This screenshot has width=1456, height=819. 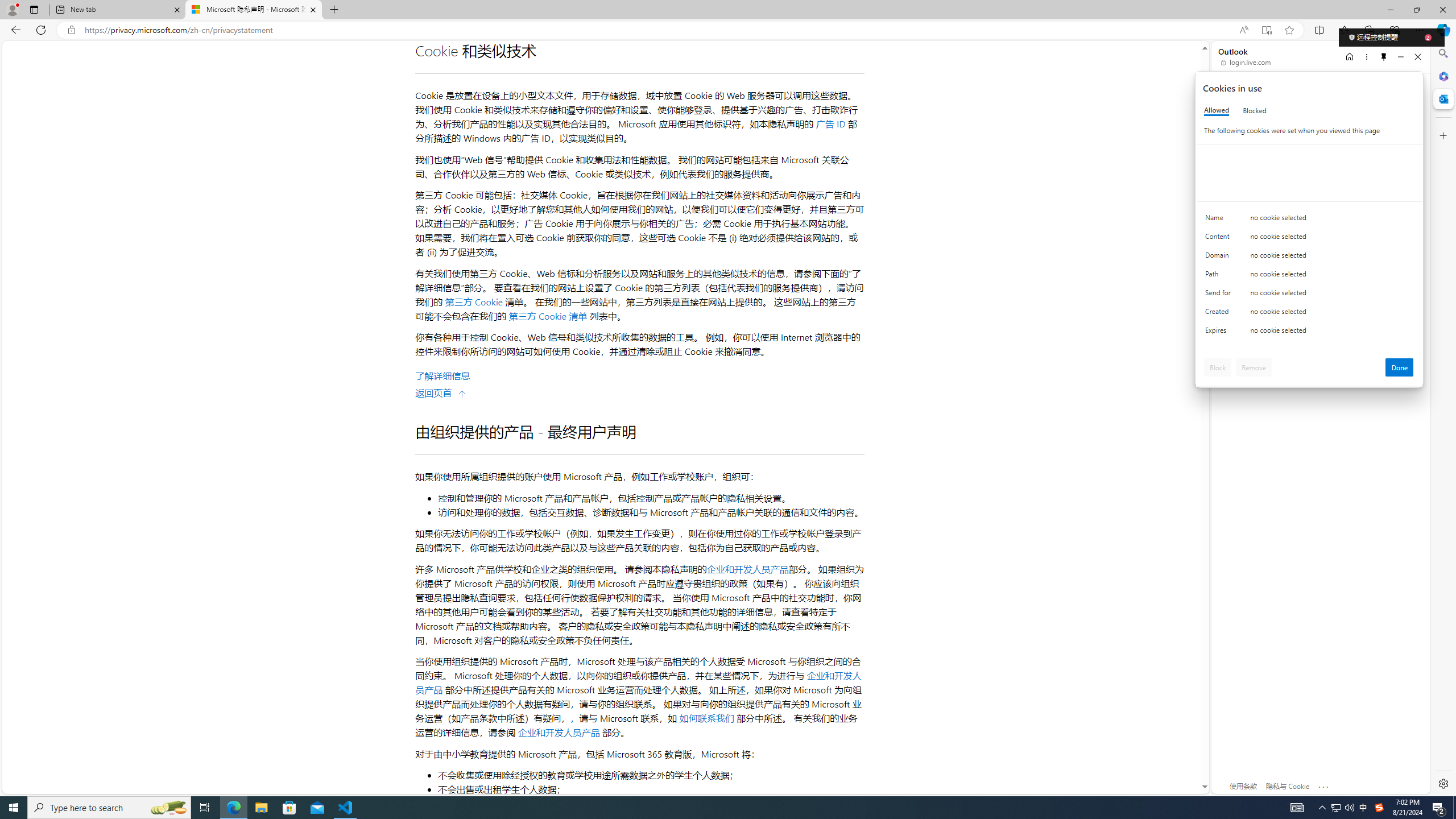 I want to click on 'Done', so click(x=1400, y=367).